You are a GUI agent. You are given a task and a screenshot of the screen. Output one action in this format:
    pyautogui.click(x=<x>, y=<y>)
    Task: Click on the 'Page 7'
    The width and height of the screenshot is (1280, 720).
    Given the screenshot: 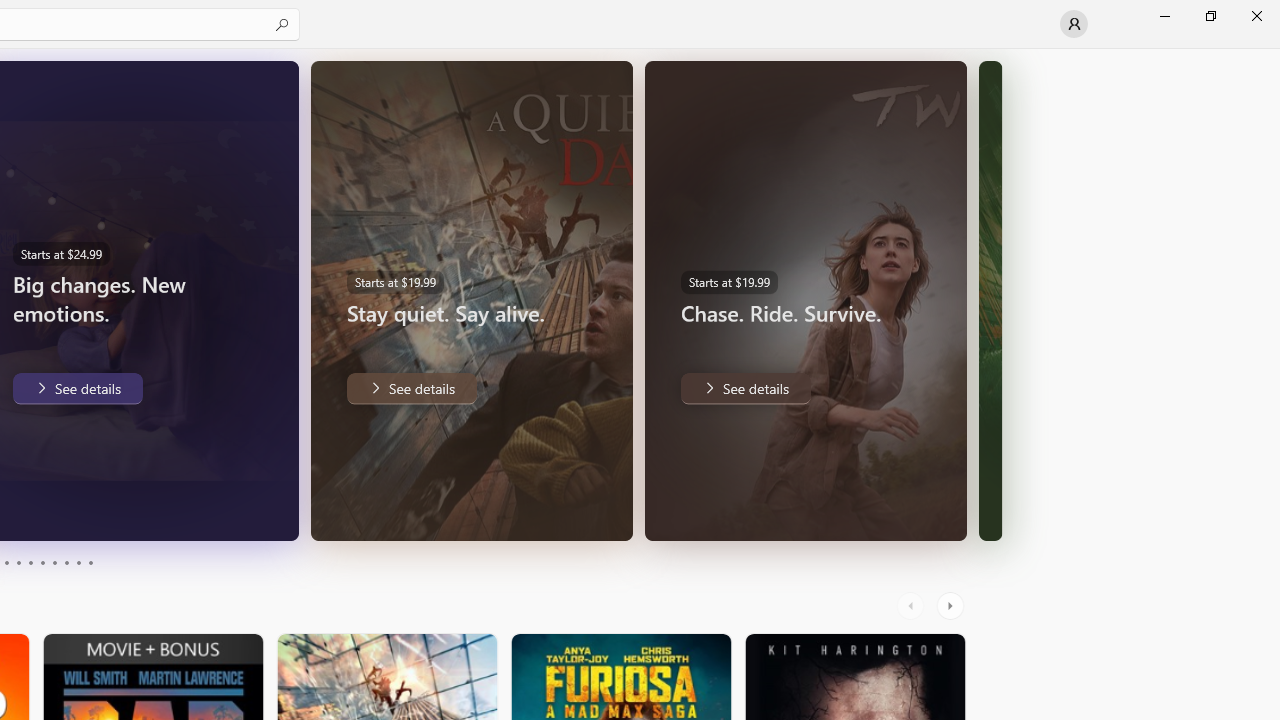 What is the action you would take?
    pyautogui.click(x=54, y=563)
    